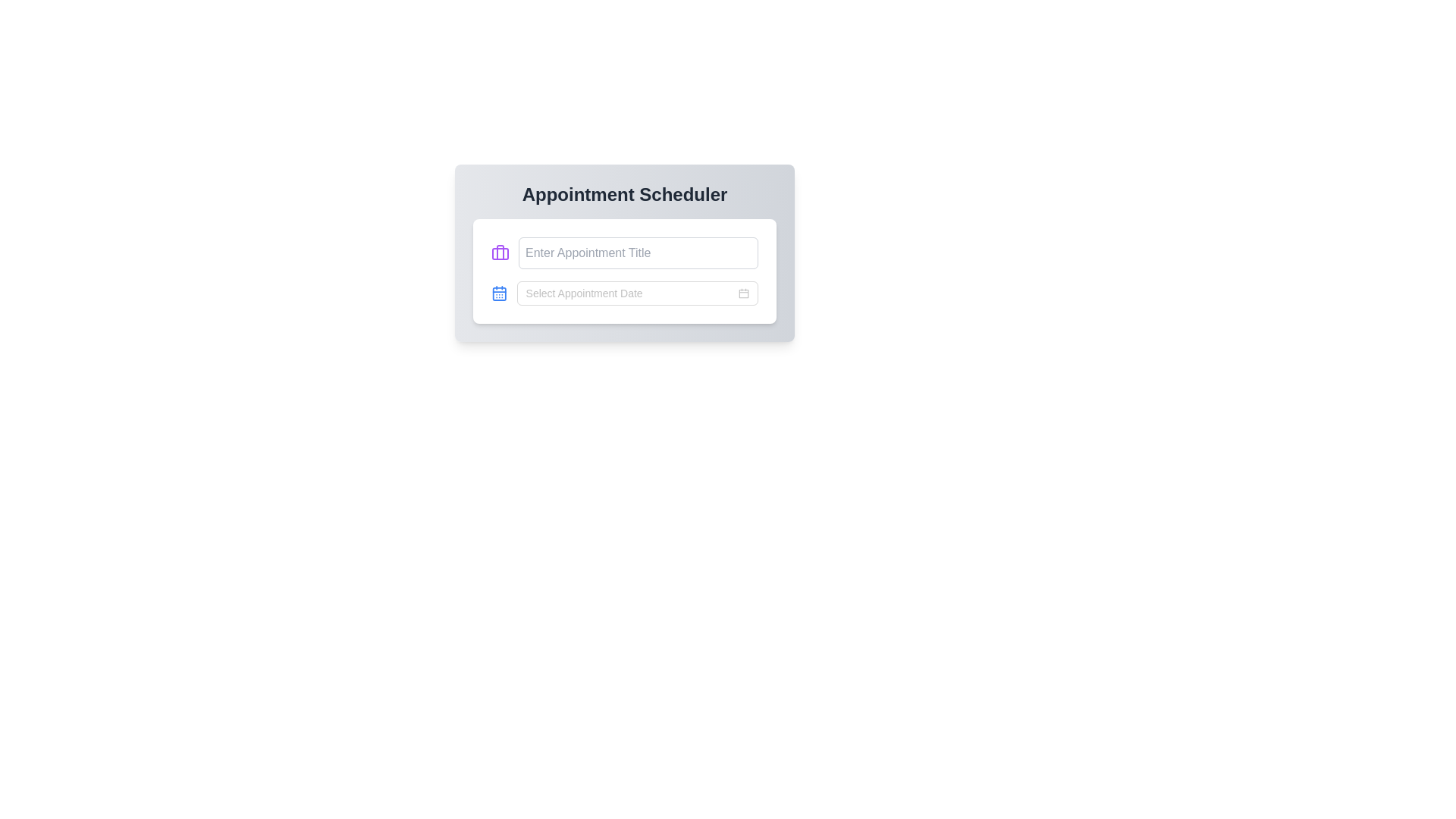  Describe the element at coordinates (500, 253) in the screenshot. I see `the icon that indicates the expected input type for the associated text field, which is the first element in a horizontally aligned group` at that location.